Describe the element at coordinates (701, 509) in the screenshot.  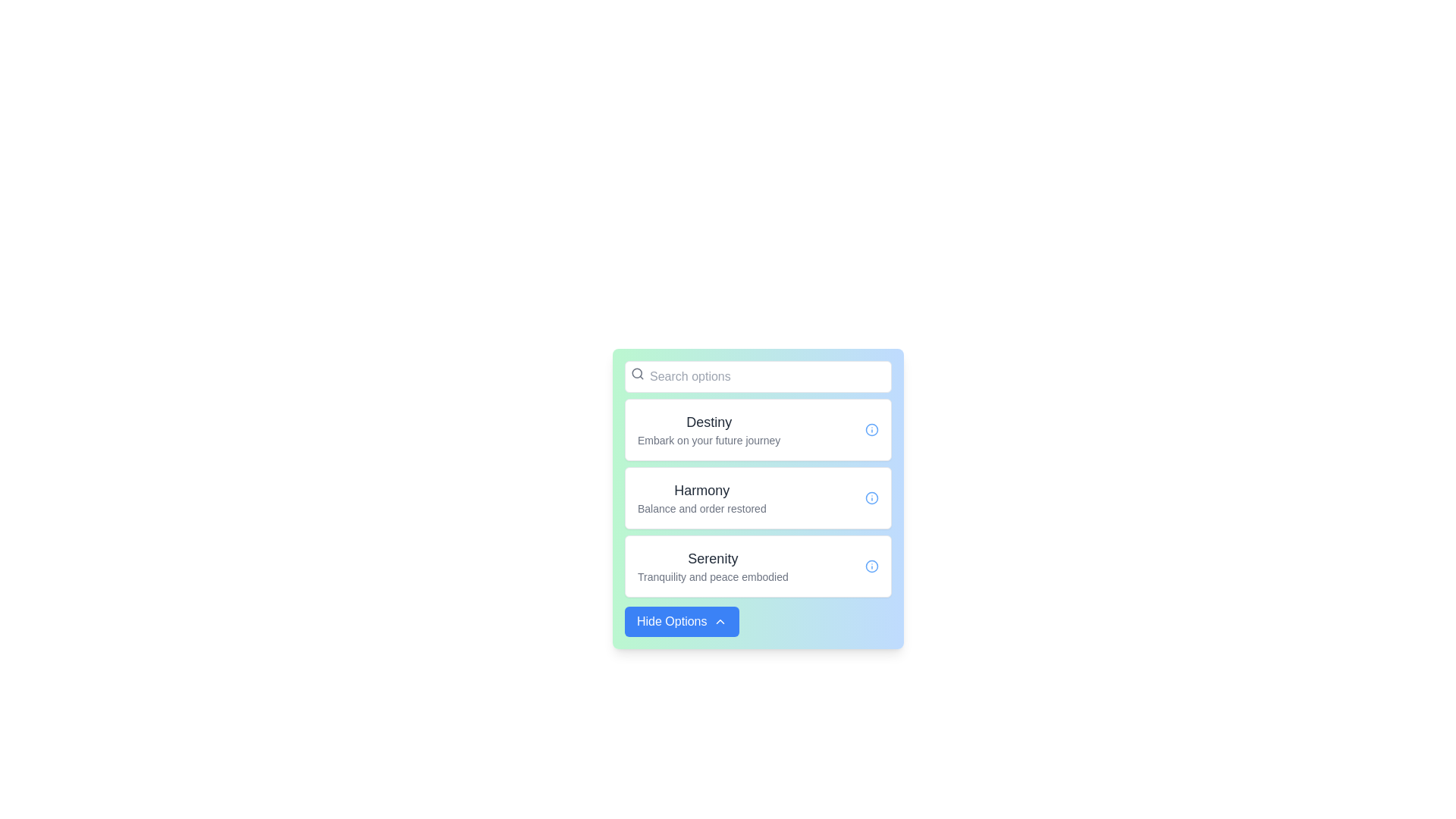
I see `the static text label displaying 'Balance and order restored', which is styled in gray and located below 'Harmony' in the card layout` at that location.